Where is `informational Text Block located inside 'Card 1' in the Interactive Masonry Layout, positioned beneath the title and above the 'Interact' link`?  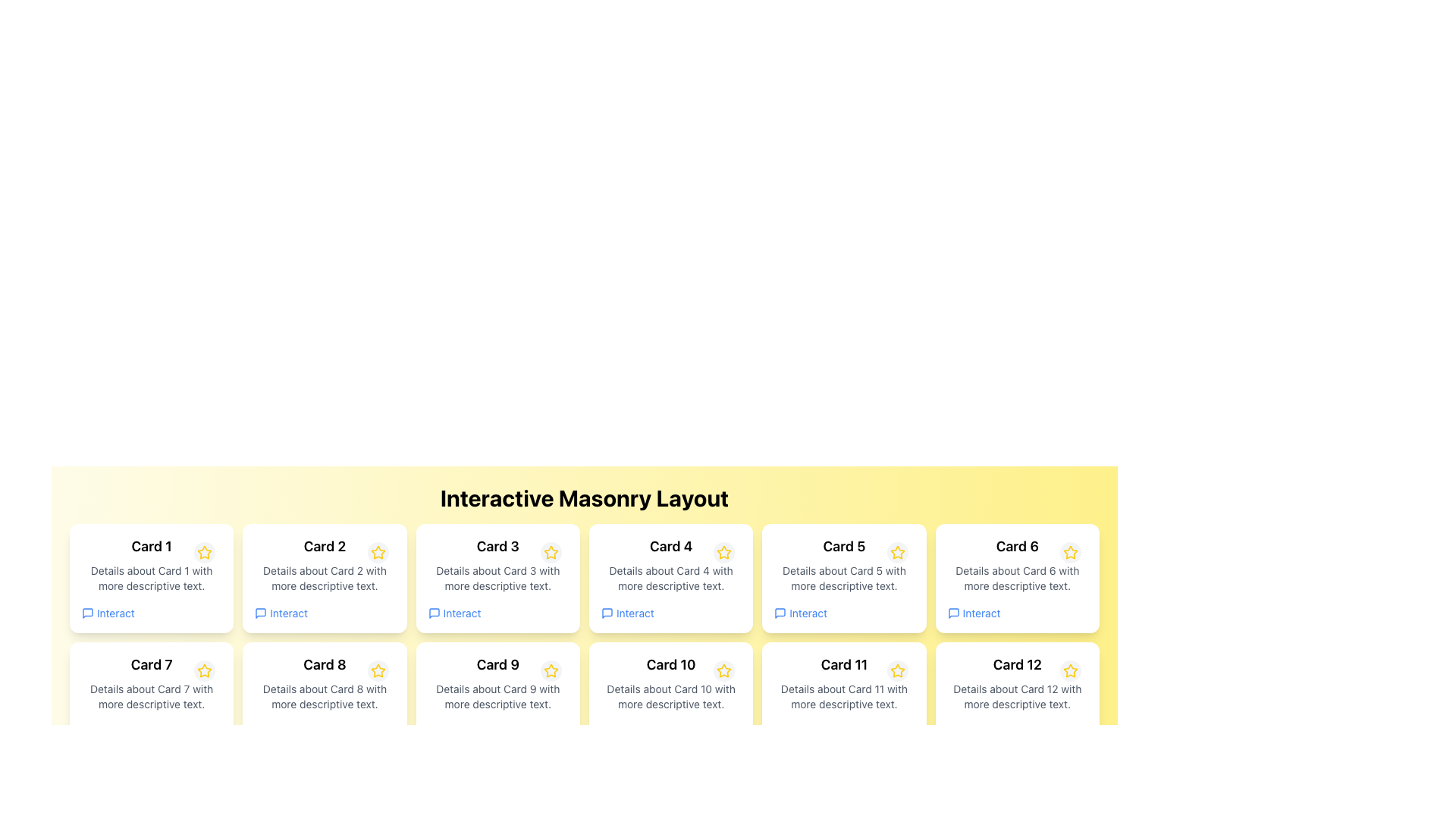
informational Text Block located inside 'Card 1' in the Interactive Masonry Layout, positioned beneath the title and above the 'Interact' link is located at coordinates (152, 579).